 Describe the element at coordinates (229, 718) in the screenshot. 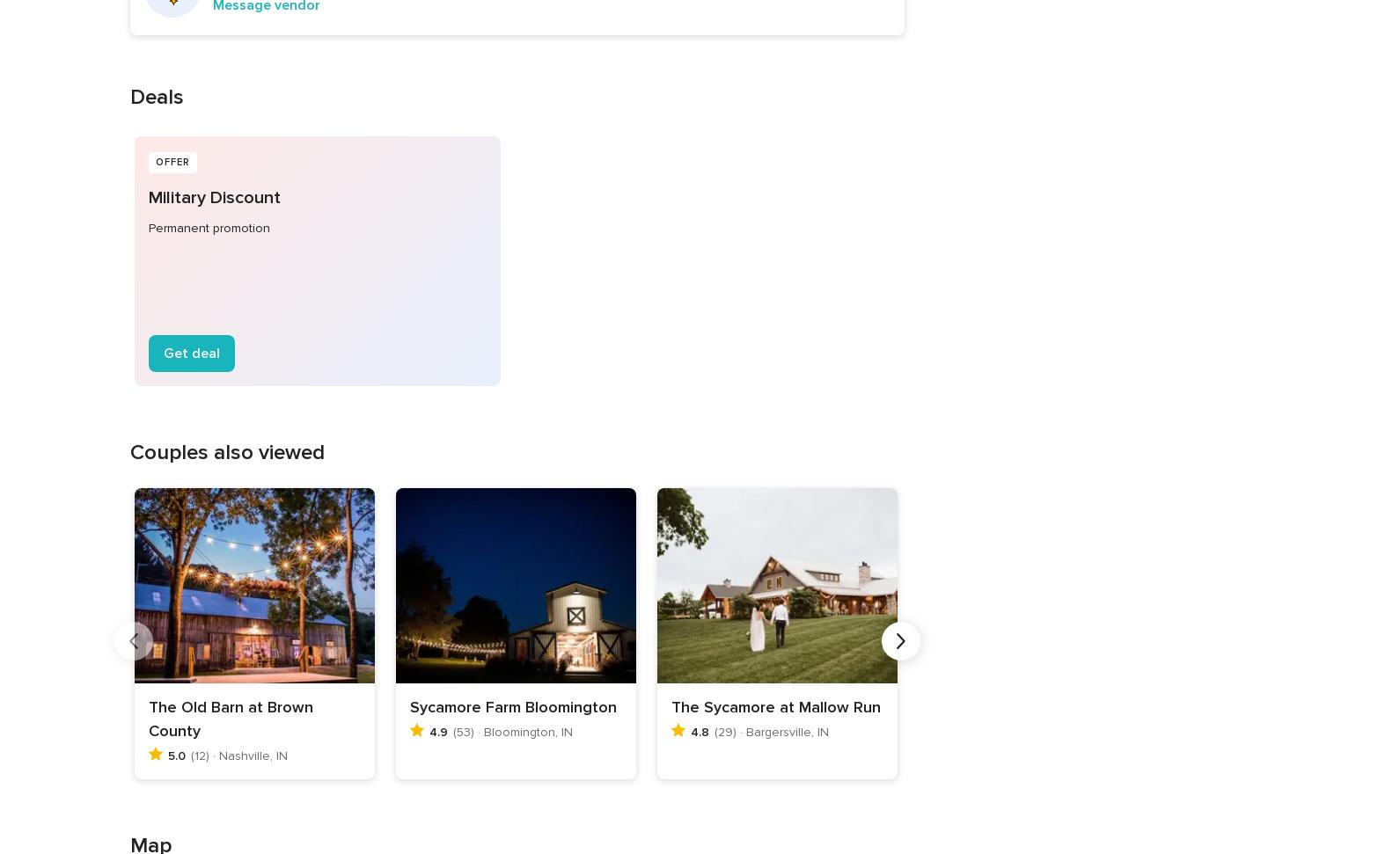

I see `'The Old Barn at Brown County'` at that location.